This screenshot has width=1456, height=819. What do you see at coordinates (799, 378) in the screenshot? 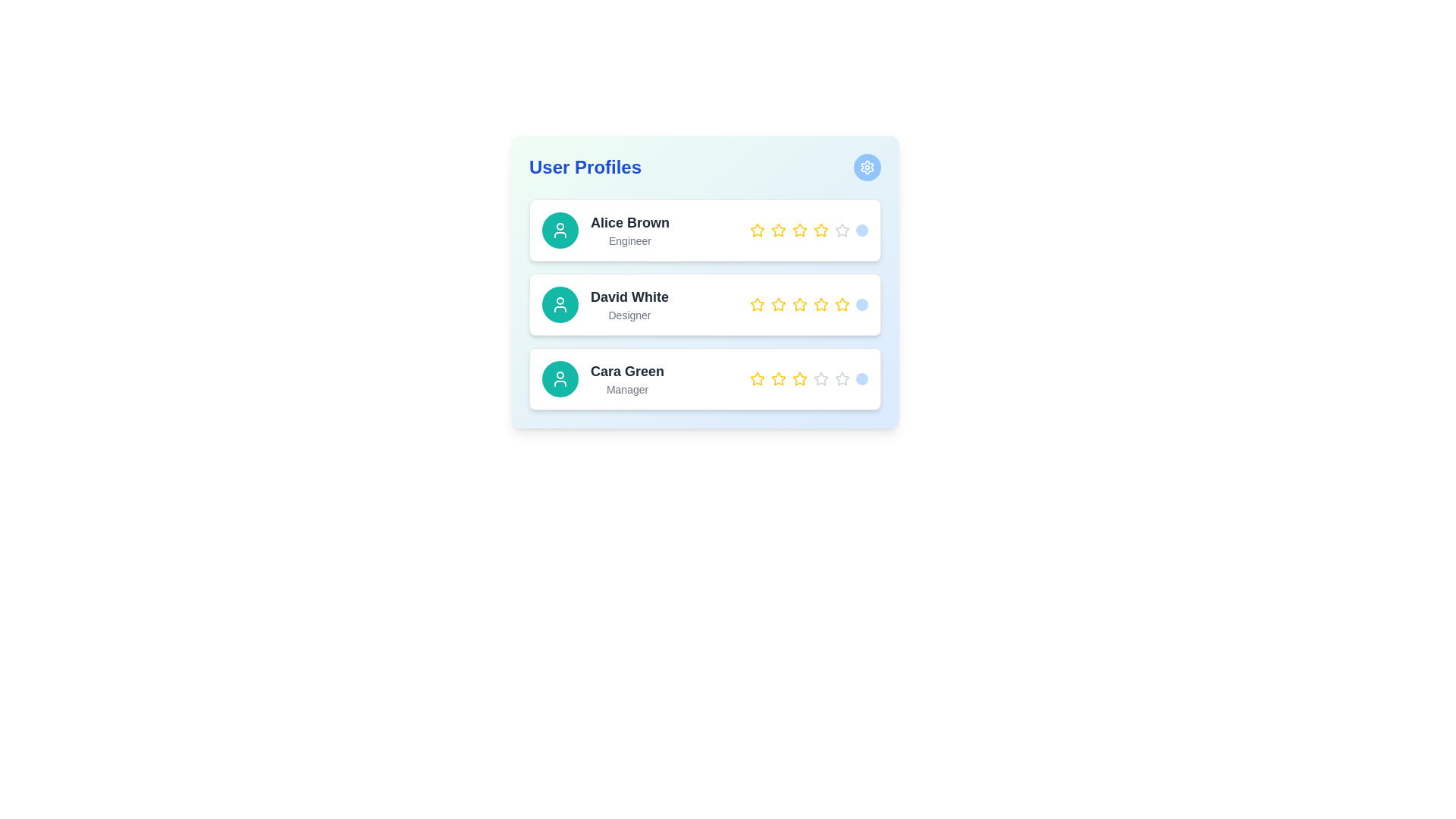
I see `the fifth yellow rating star icon associated with the user 'Cara Green'` at bounding box center [799, 378].